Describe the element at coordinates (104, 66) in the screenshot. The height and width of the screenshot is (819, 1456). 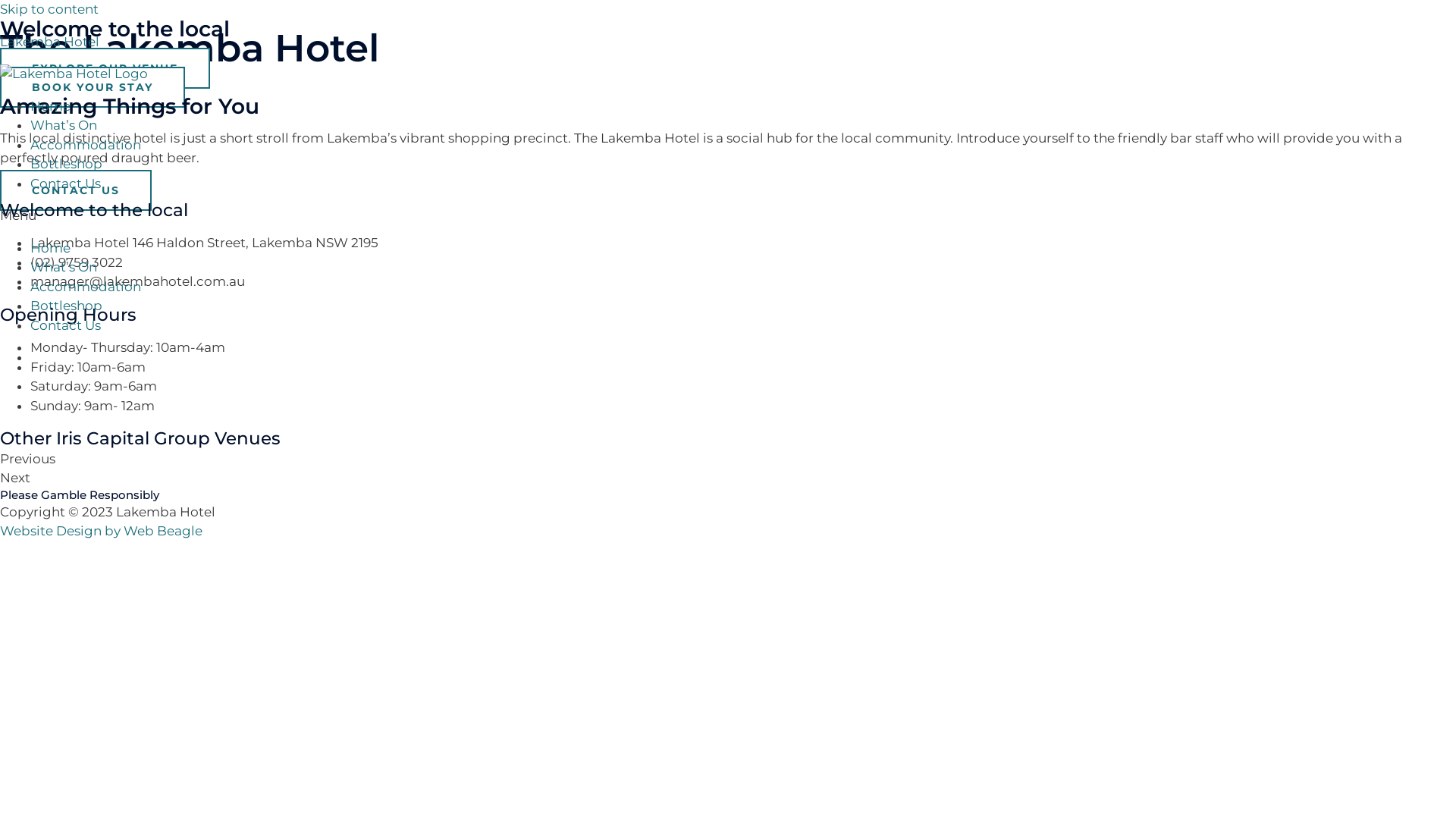
I see `'EXPLORE OUR VENUE'` at that location.